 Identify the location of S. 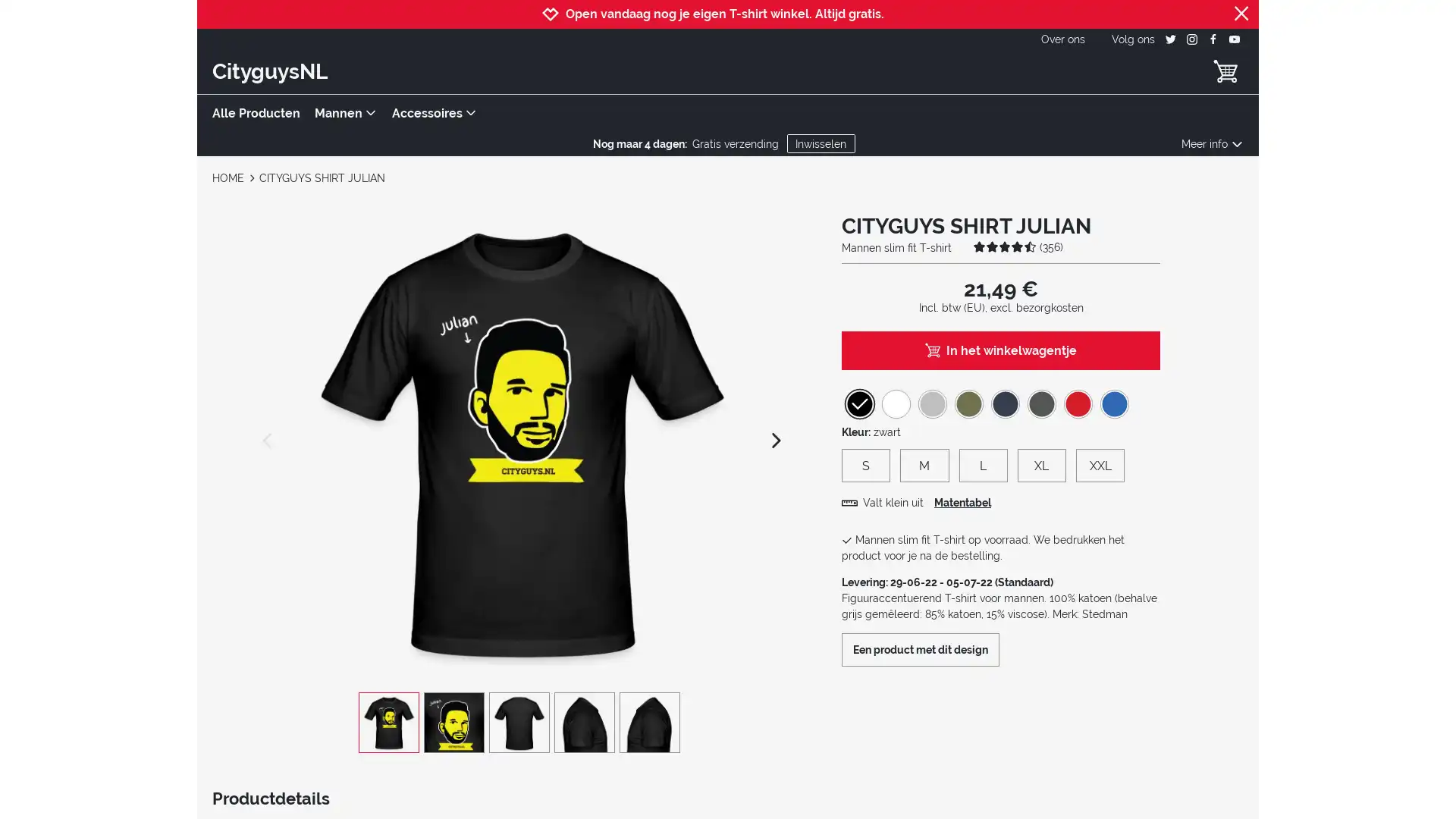
(866, 464).